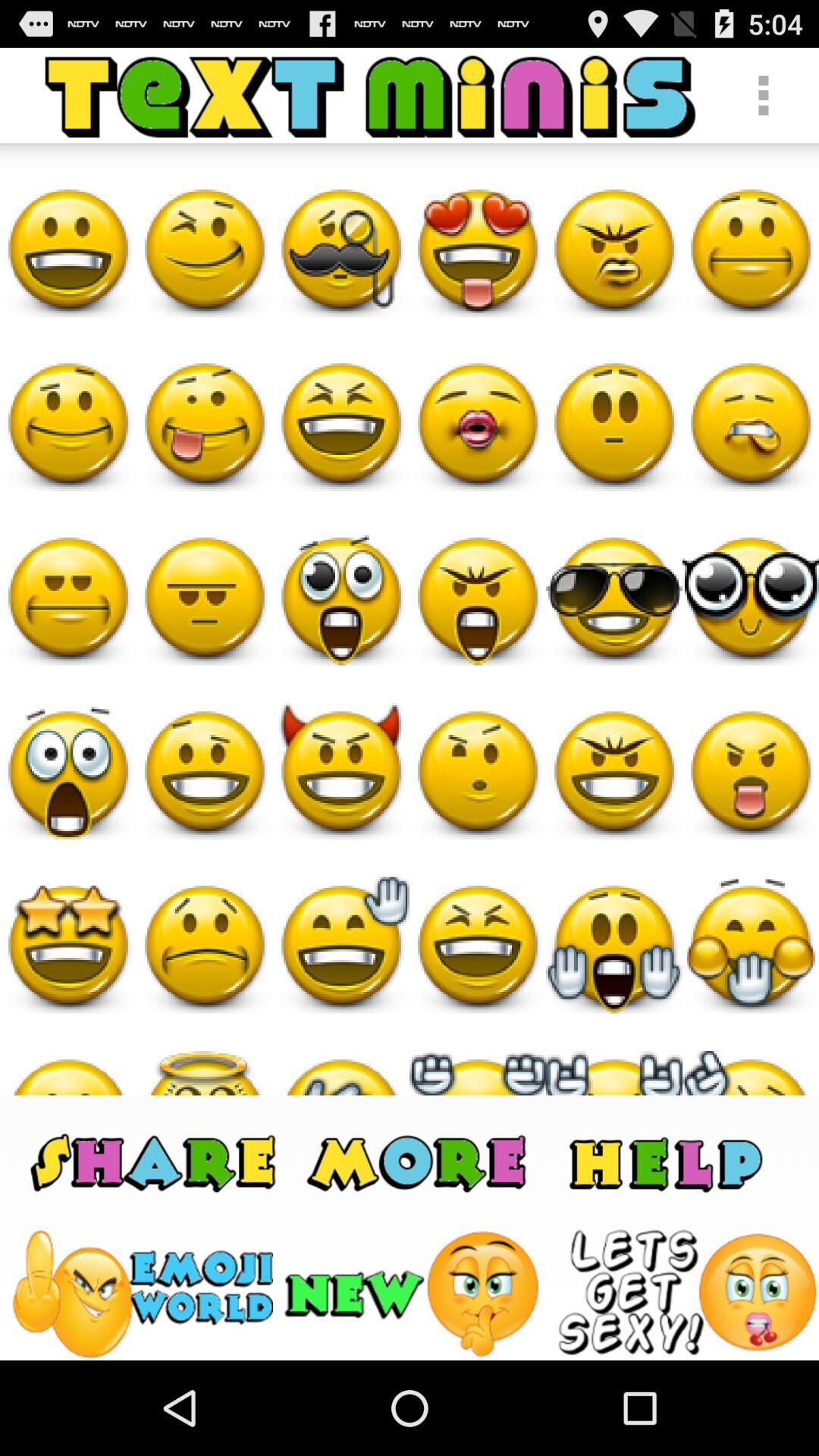  Describe the element at coordinates (141, 1293) in the screenshot. I see `open emoji world category` at that location.